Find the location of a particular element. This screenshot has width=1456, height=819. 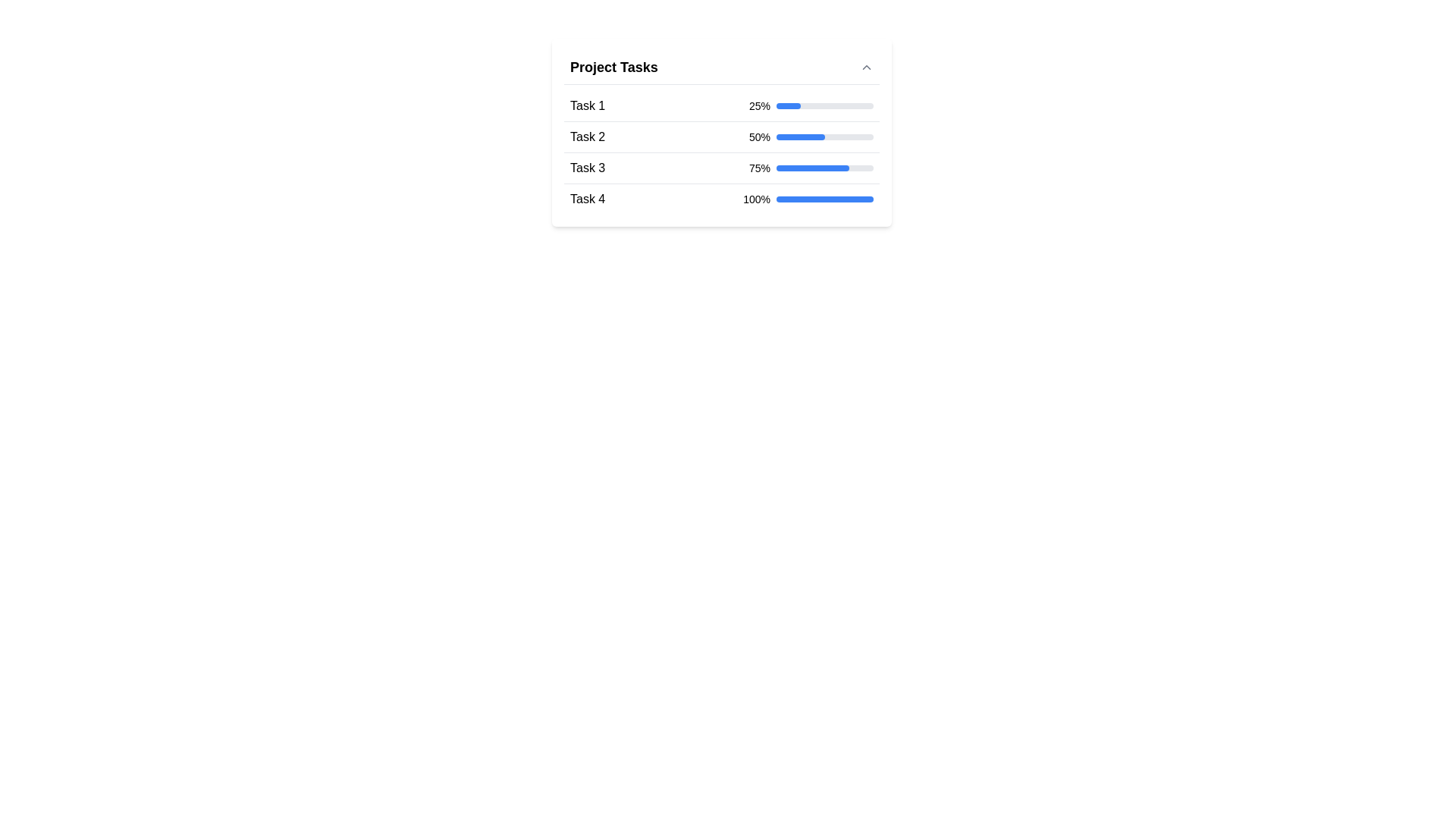

the text label that serves as the title for the fourth task in the task list is located at coordinates (587, 198).